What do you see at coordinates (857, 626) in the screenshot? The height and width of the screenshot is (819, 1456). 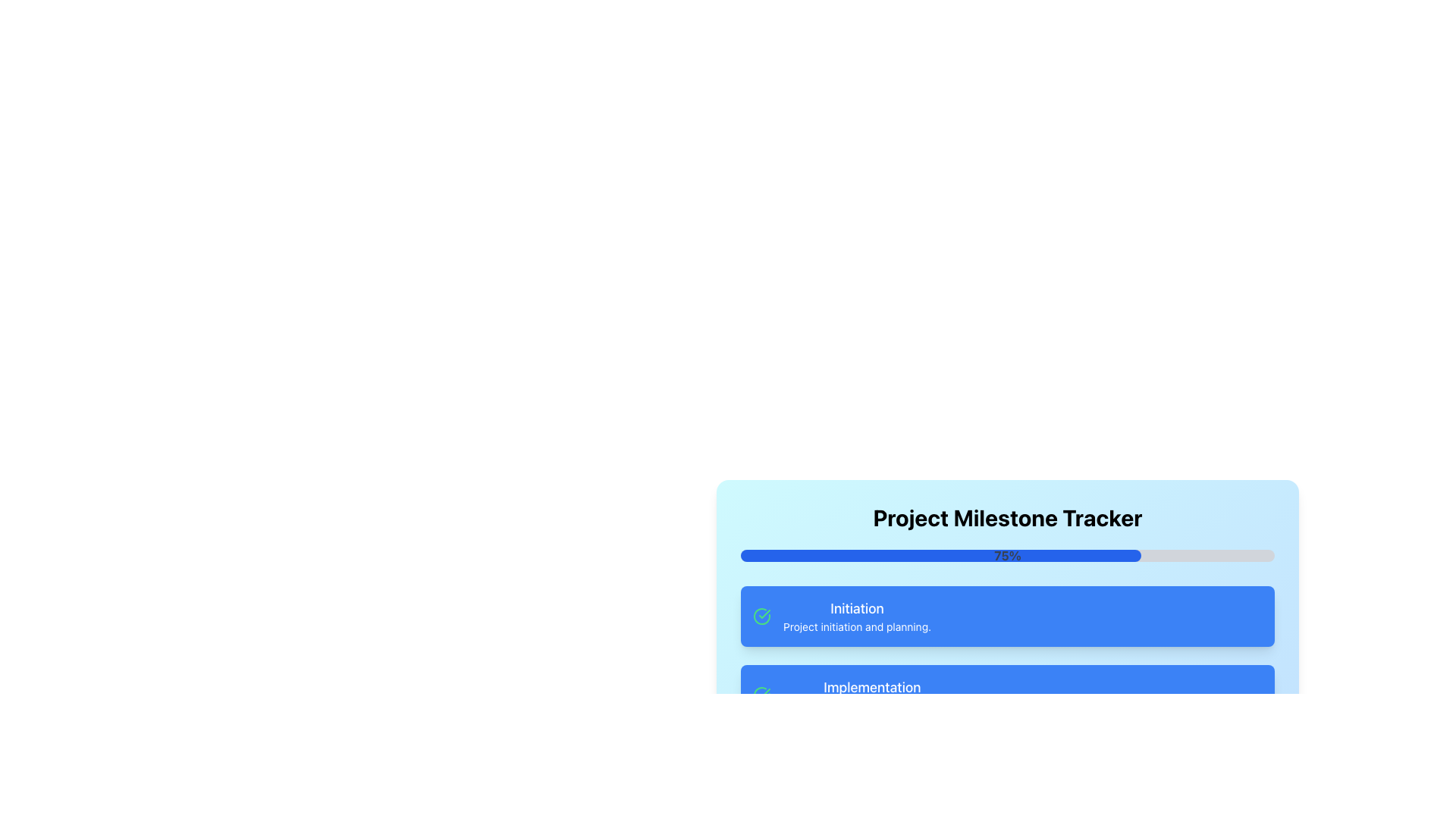 I see `the text element that contains the phrase 'Project initiation and planning', which is styled with a light font and is located beneath the bolded text 'Initiation' within a blue rectangular box` at bounding box center [857, 626].